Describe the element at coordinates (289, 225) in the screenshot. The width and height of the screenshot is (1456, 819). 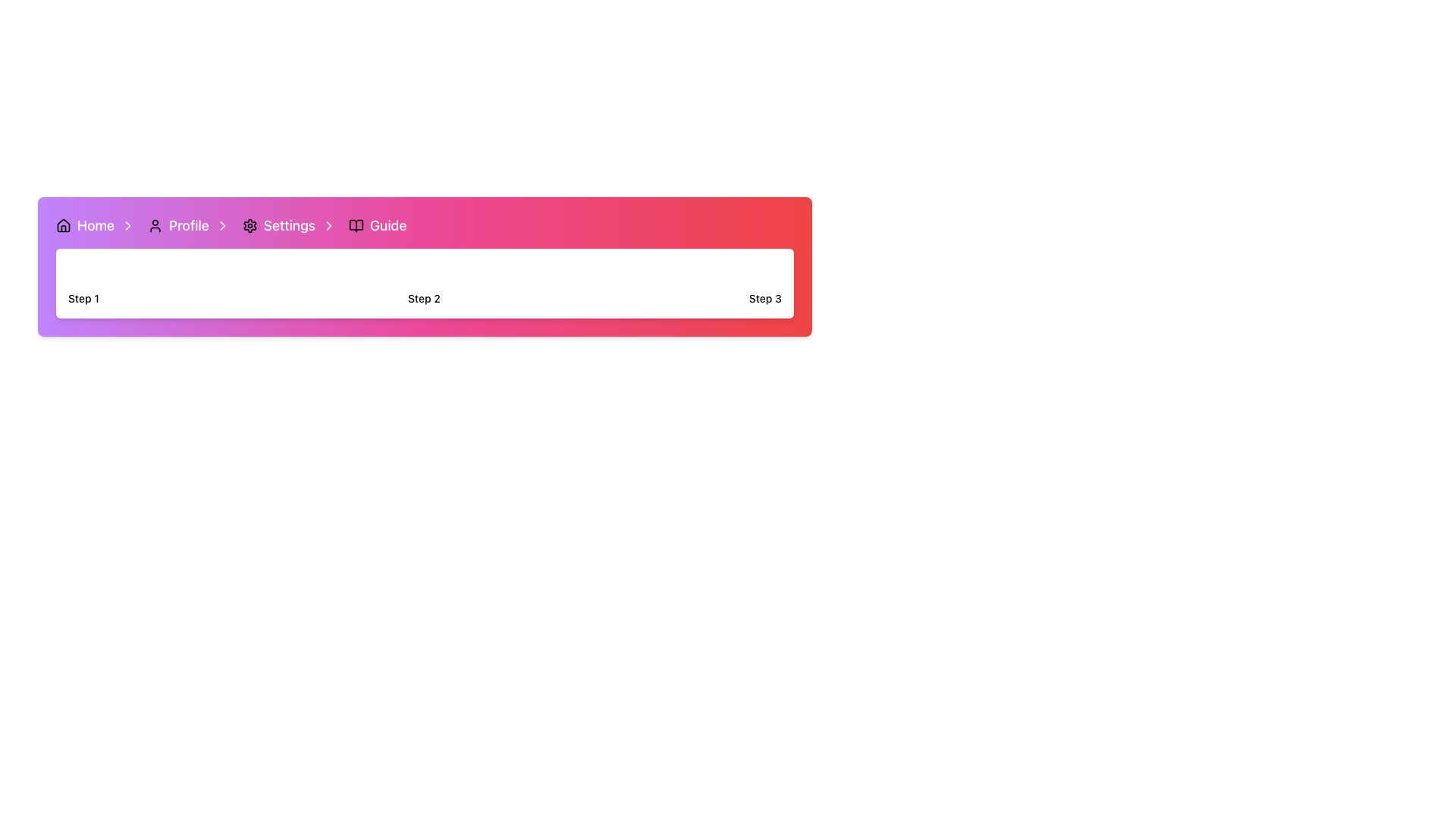
I see `the text label indicating 'Settings' in the breadcrumb navigation bar` at that location.